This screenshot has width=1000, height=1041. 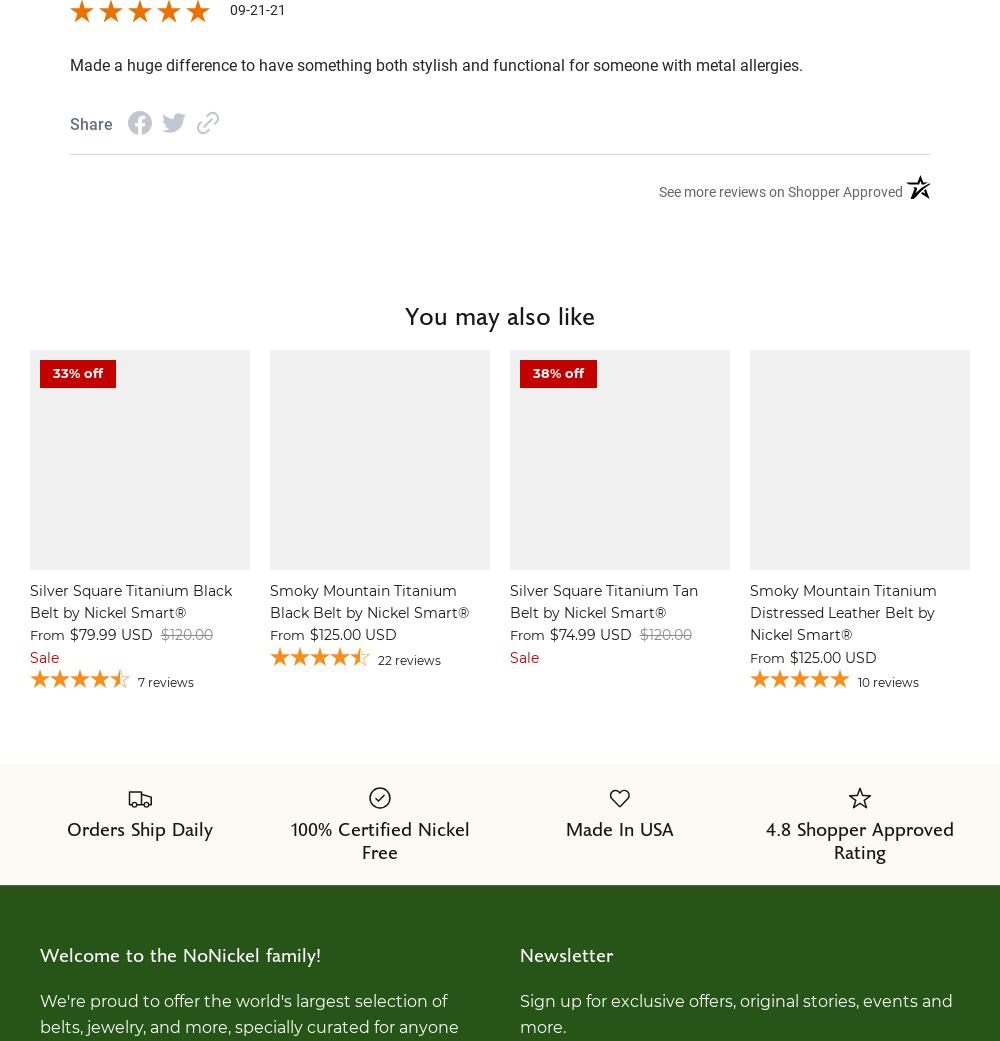 What do you see at coordinates (520, 956) in the screenshot?
I see `'Newsletter'` at bounding box center [520, 956].